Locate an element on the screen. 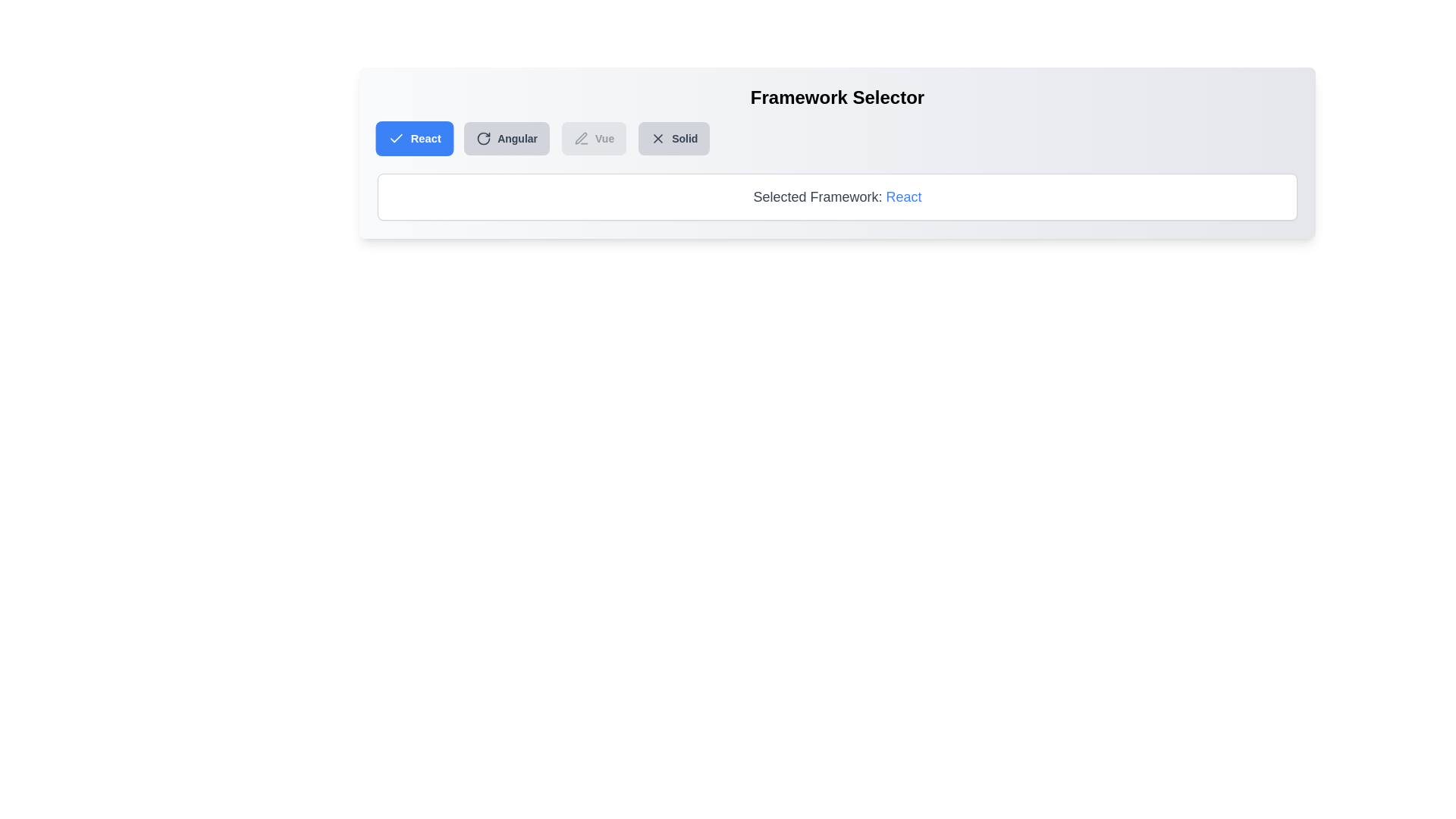  the pen icon located on the Vue button in the framework selector interface, which is styled in a light shade and positioned to the left of the text label 'Vue' is located at coordinates (580, 138).